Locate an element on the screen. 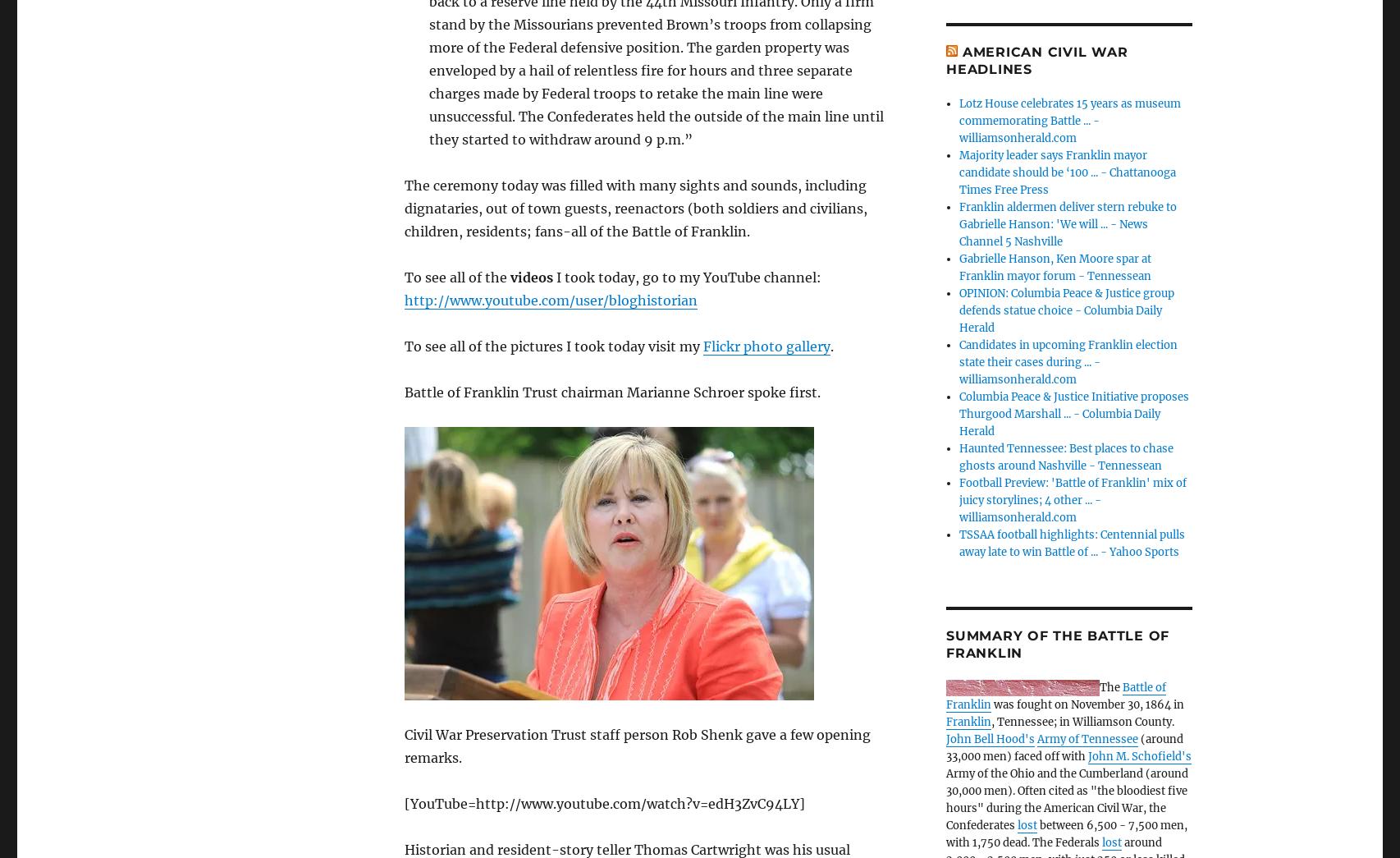 The height and width of the screenshot is (858, 1400). 'Summary of the Battle of Franklin' is located at coordinates (1057, 645).